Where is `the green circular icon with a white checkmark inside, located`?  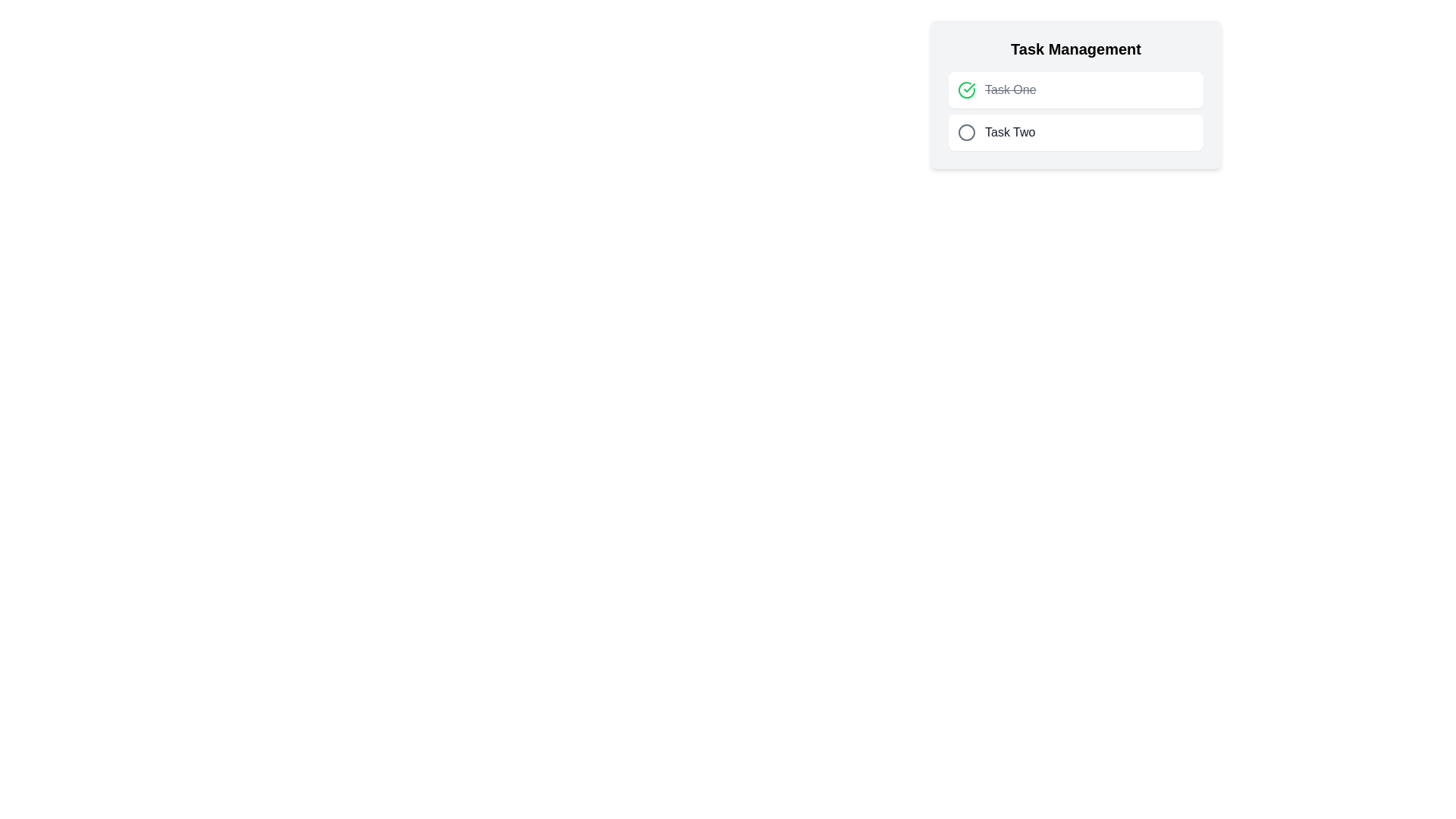
the green circular icon with a white checkmark inside, located is located at coordinates (966, 90).